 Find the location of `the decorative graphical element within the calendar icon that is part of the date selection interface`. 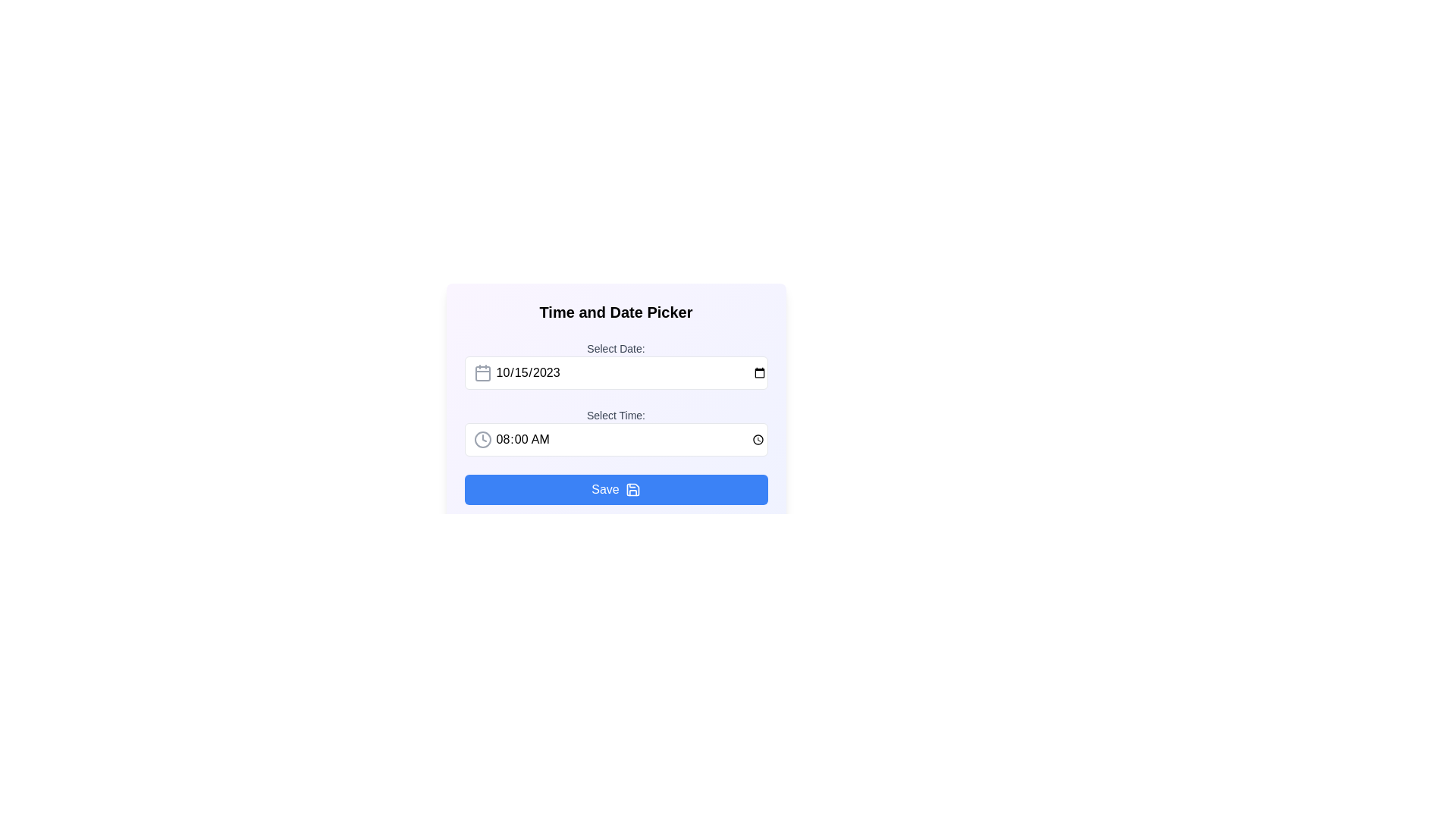

the decorative graphical element within the calendar icon that is part of the date selection interface is located at coordinates (482, 374).